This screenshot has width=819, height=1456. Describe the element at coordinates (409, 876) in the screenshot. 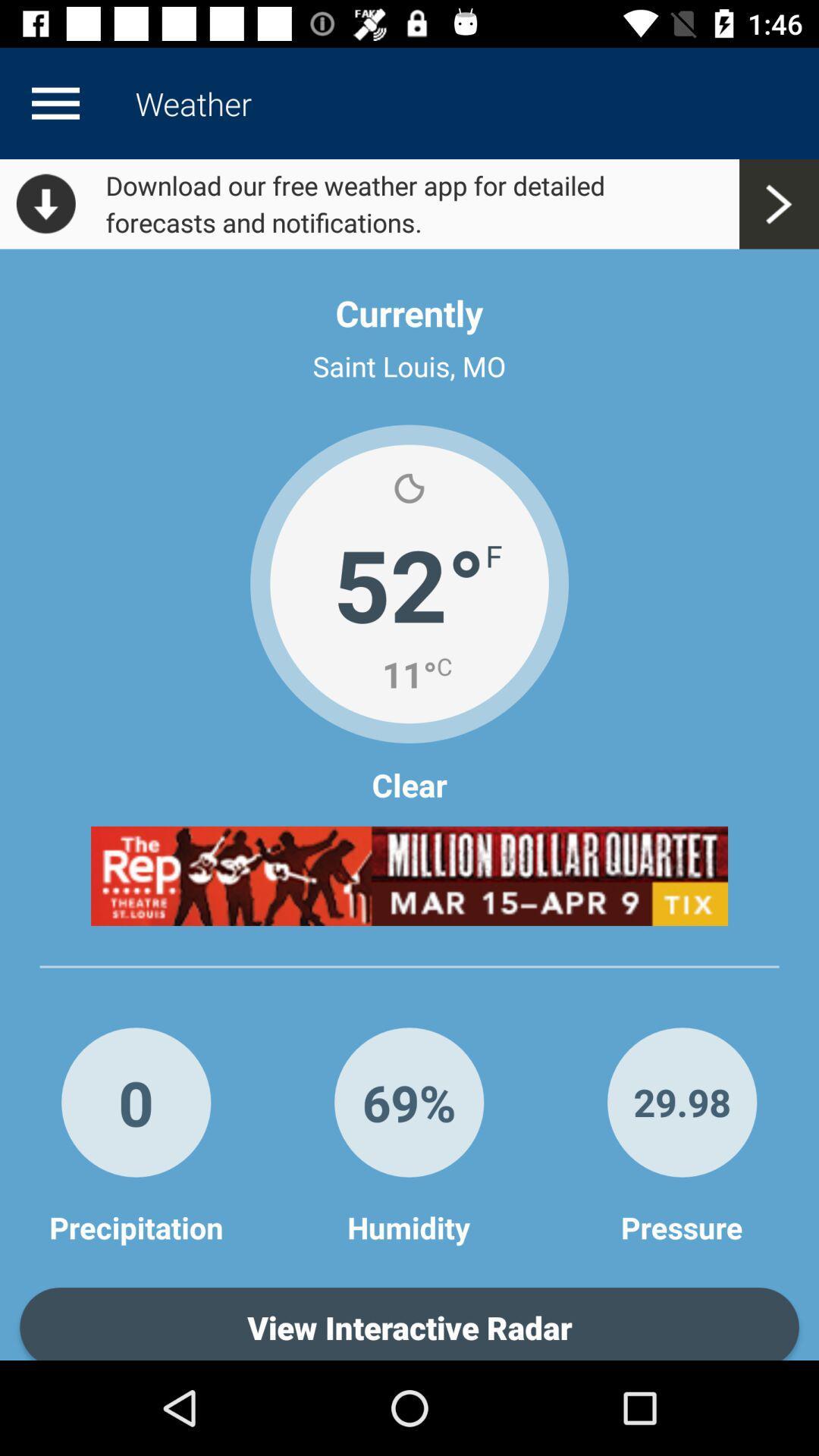

I see `click on advertisement` at that location.